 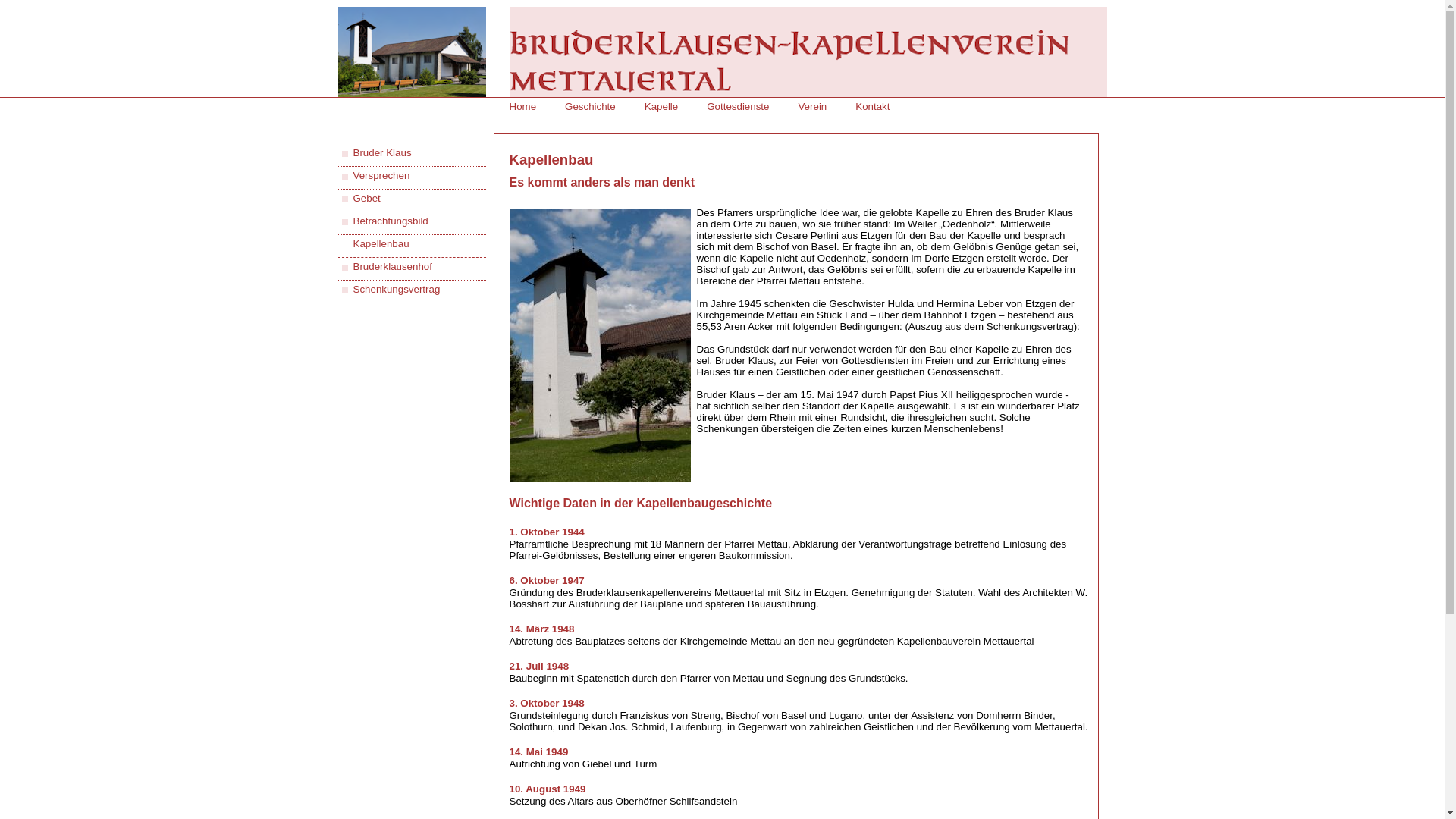 I want to click on 'Gottesdienste', so click(x=738, y=105).